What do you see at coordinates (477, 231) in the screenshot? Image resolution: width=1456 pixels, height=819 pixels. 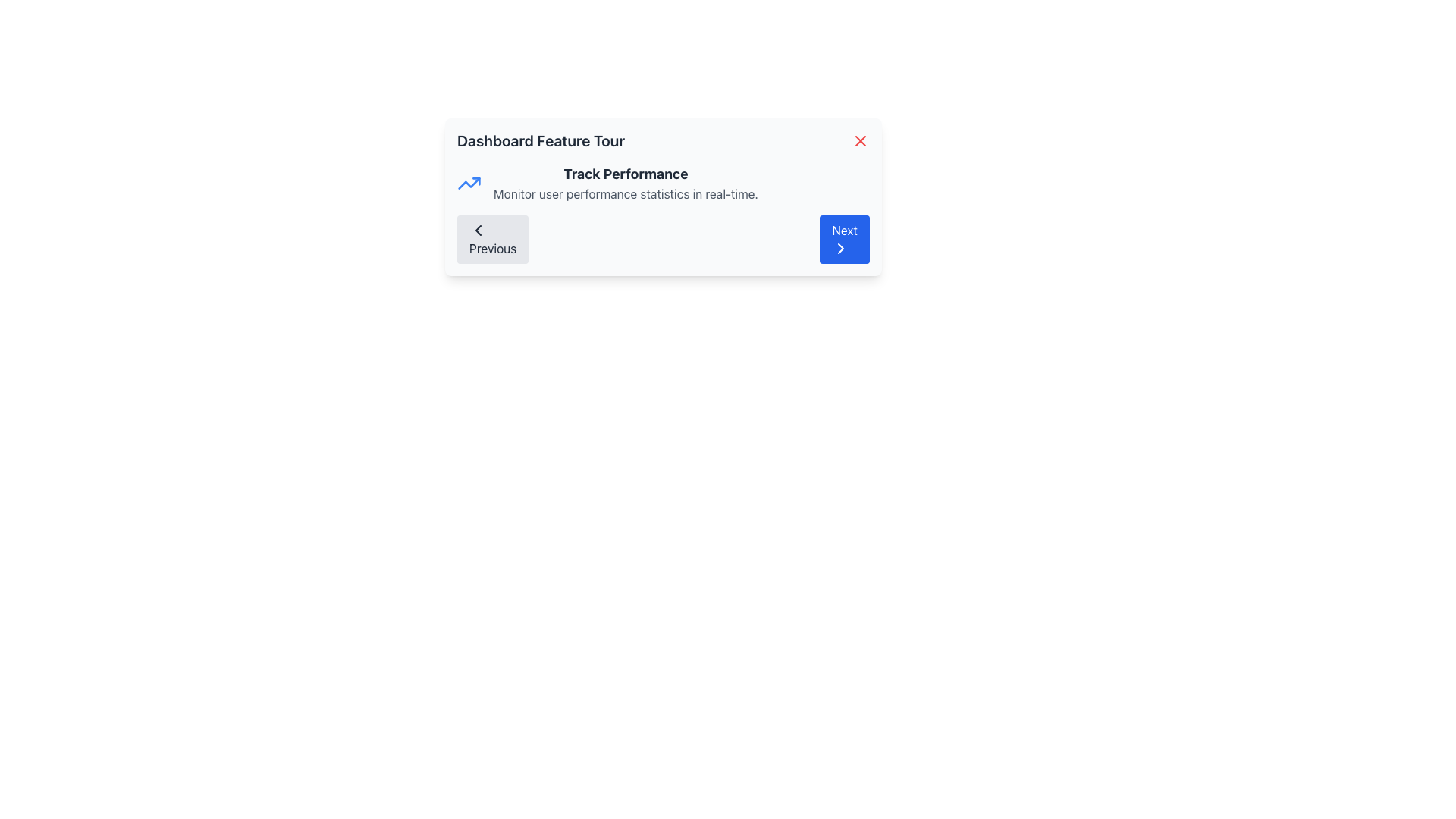 I see `the SVG chevron element representing the 'Previous' action within the tour navigation UI, located inside the button labeled 'Previous'` at bounding box center [477, 231].